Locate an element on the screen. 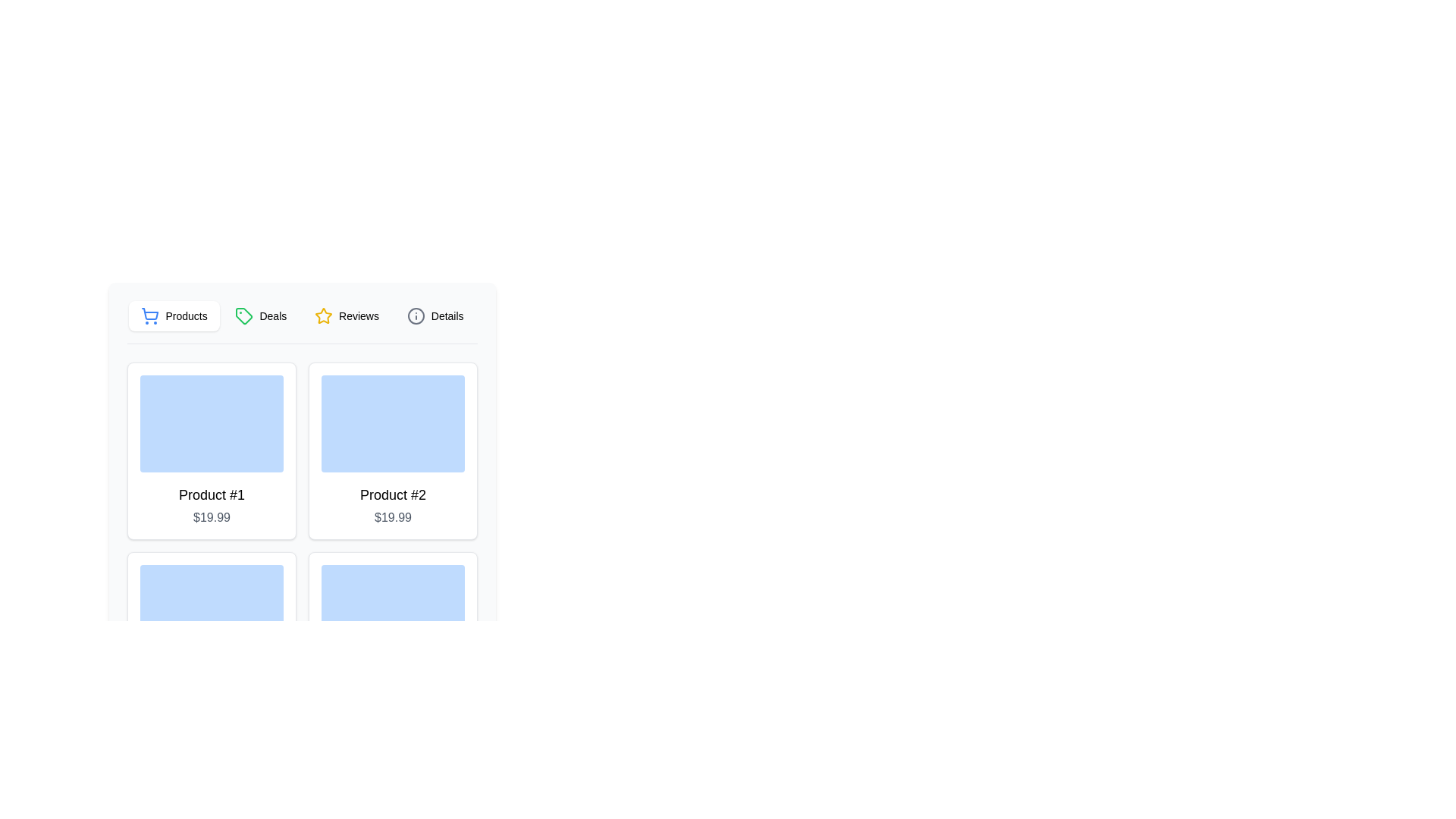 Image resolution: width=1456 pixels, height=819 pixels. the 'Deals' button on the navigation bar is located at coordinates (302, 321).